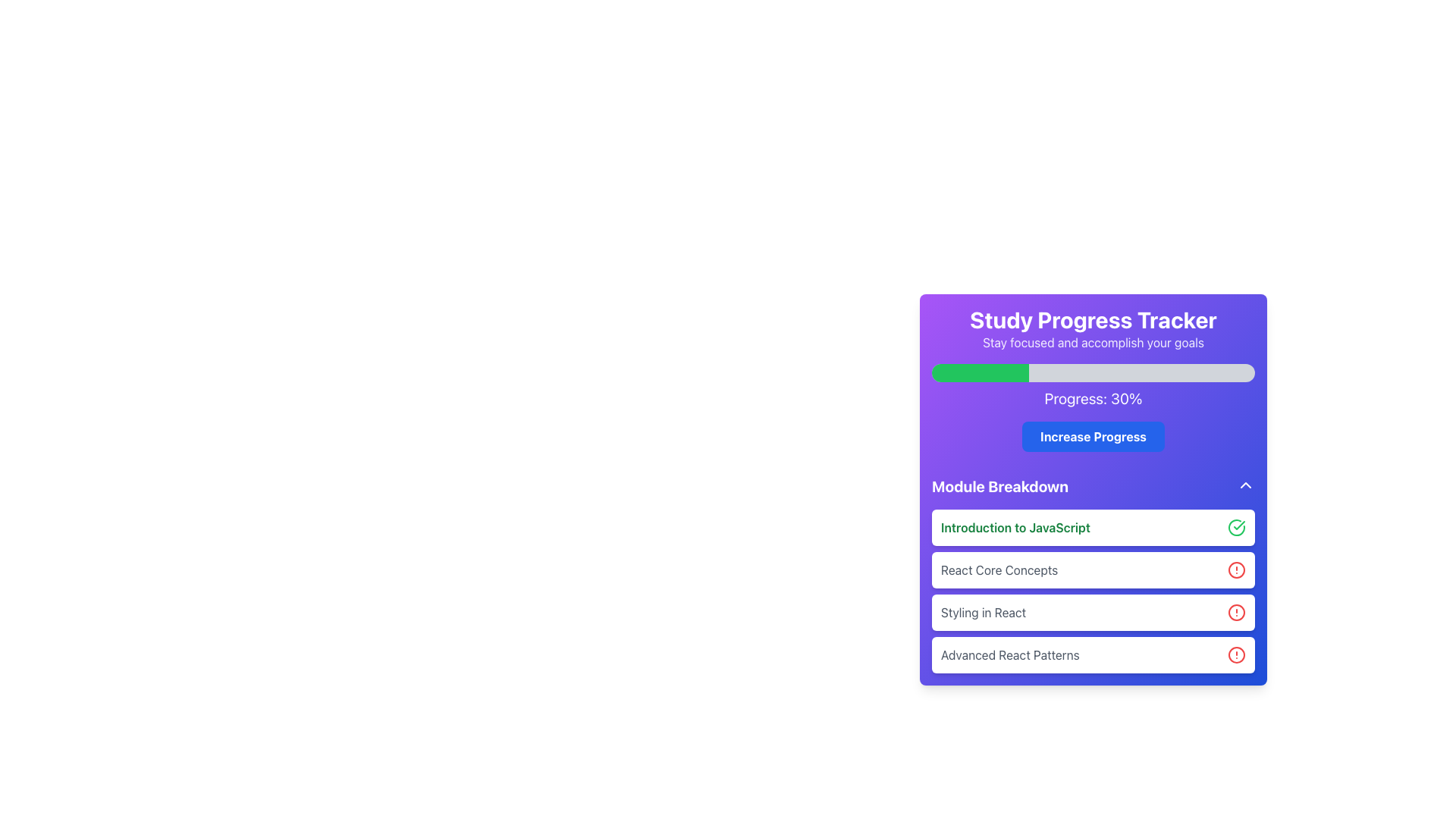  What do you see at coordinates (1093, 342) in the screenshot?
I see `the static text element that reads 'Stay focused and accomplish your goals,' which is located beneath the 'Study Progress Tracker' heading in a purple background section` at bounding box center [1093, 342].